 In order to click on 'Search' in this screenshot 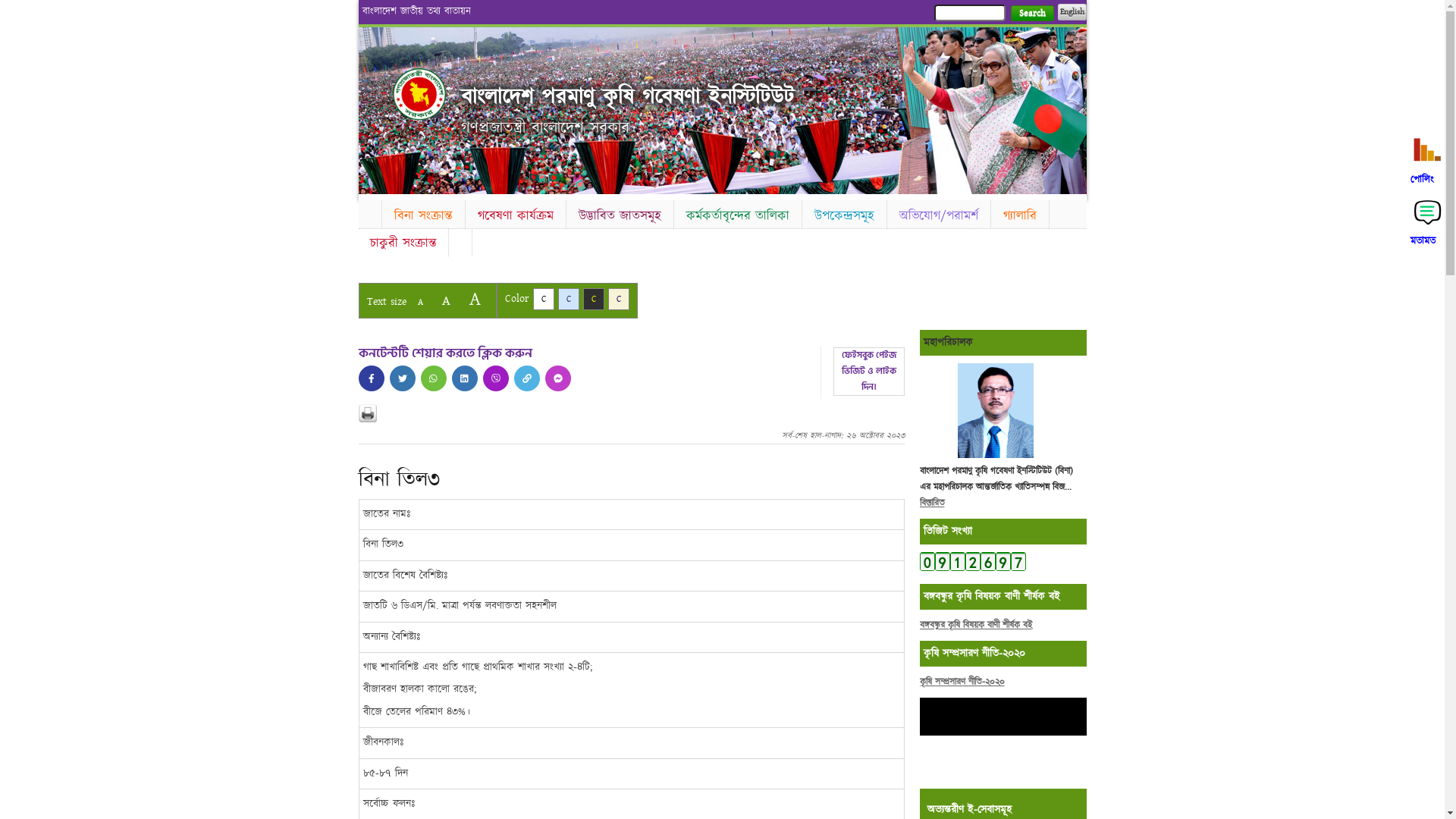, I will do `click(1009, 13)`.